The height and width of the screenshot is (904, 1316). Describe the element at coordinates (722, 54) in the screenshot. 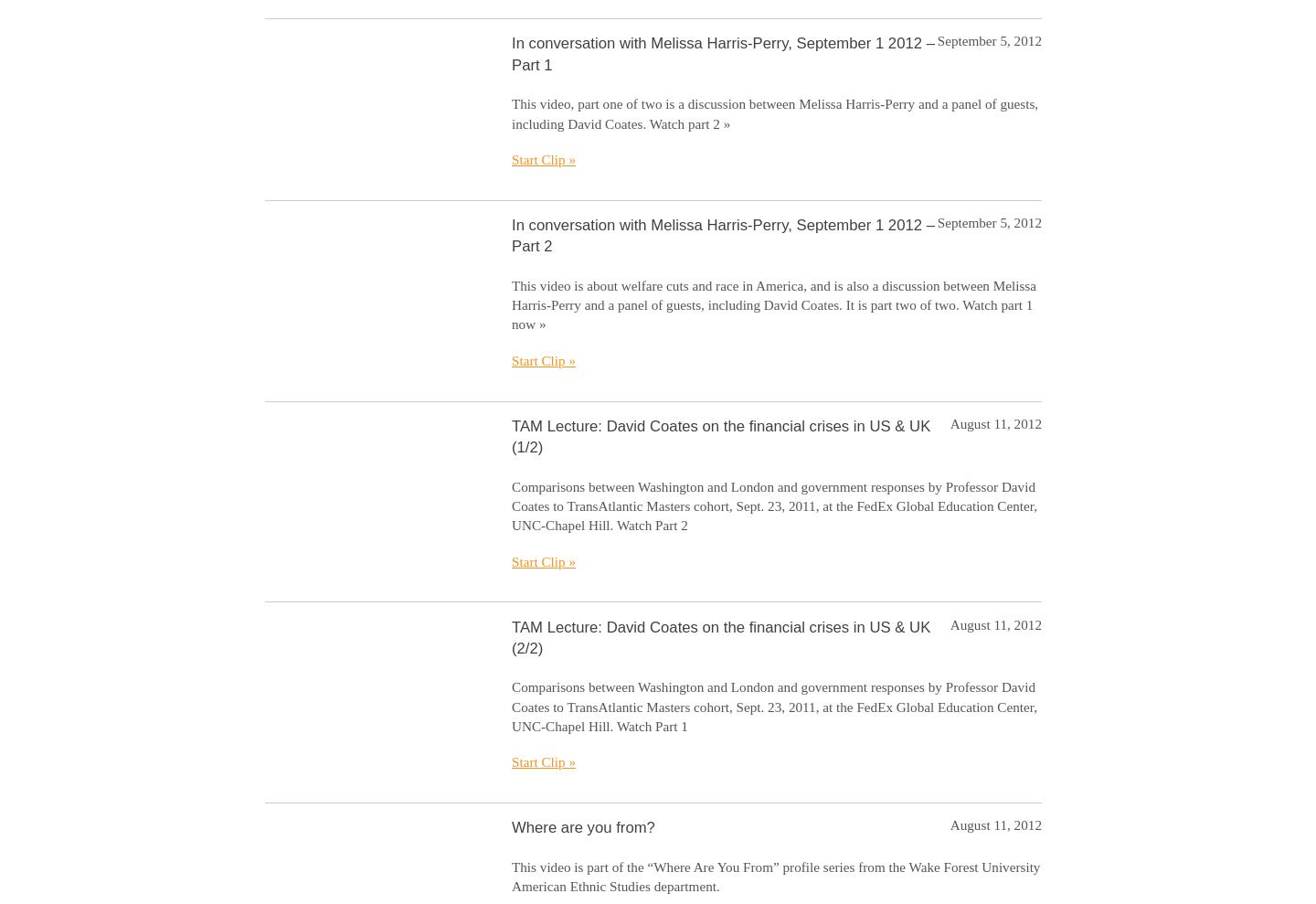

I see `'In conversation with Melissa Harris-Perry, September 1 2012 – Part 1'` at that location.